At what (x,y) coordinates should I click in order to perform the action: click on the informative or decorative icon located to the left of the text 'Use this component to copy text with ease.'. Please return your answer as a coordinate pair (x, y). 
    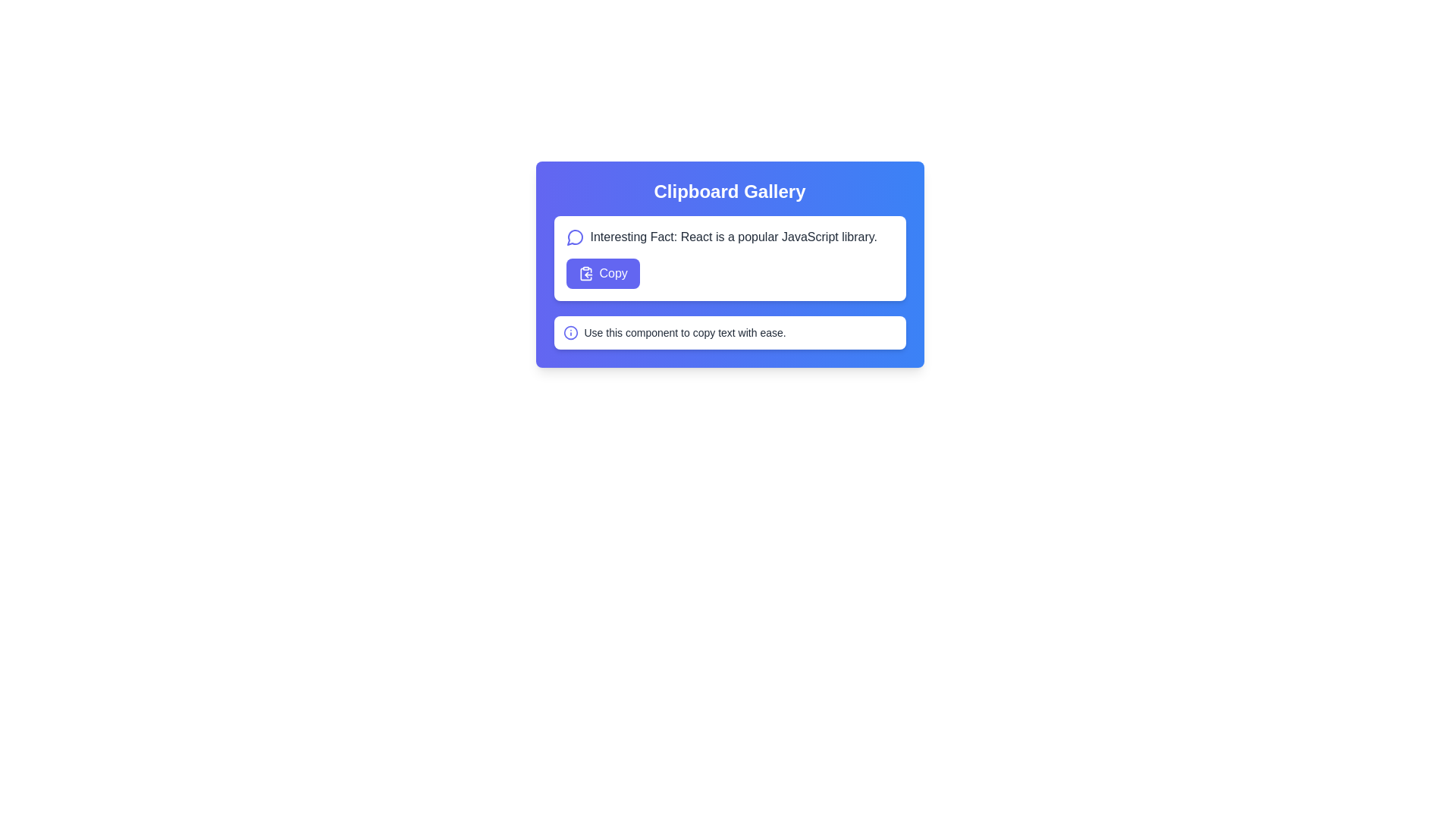
    Looking at the image, I should click on (570, 332).